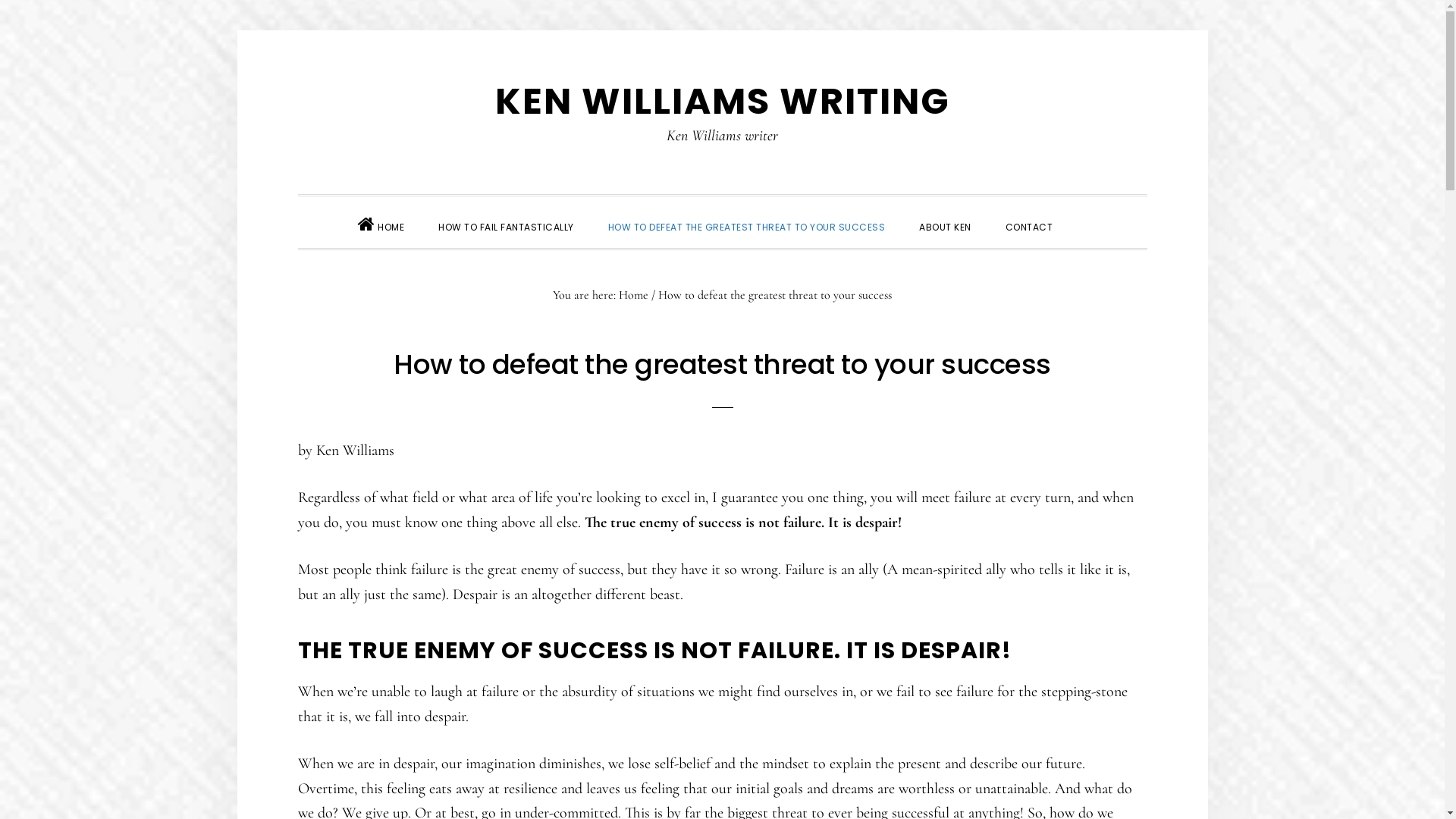  What do you see at coordinates (633, 294) in the screenshot?
I see `'Home'` at bounding box center [633, 294].